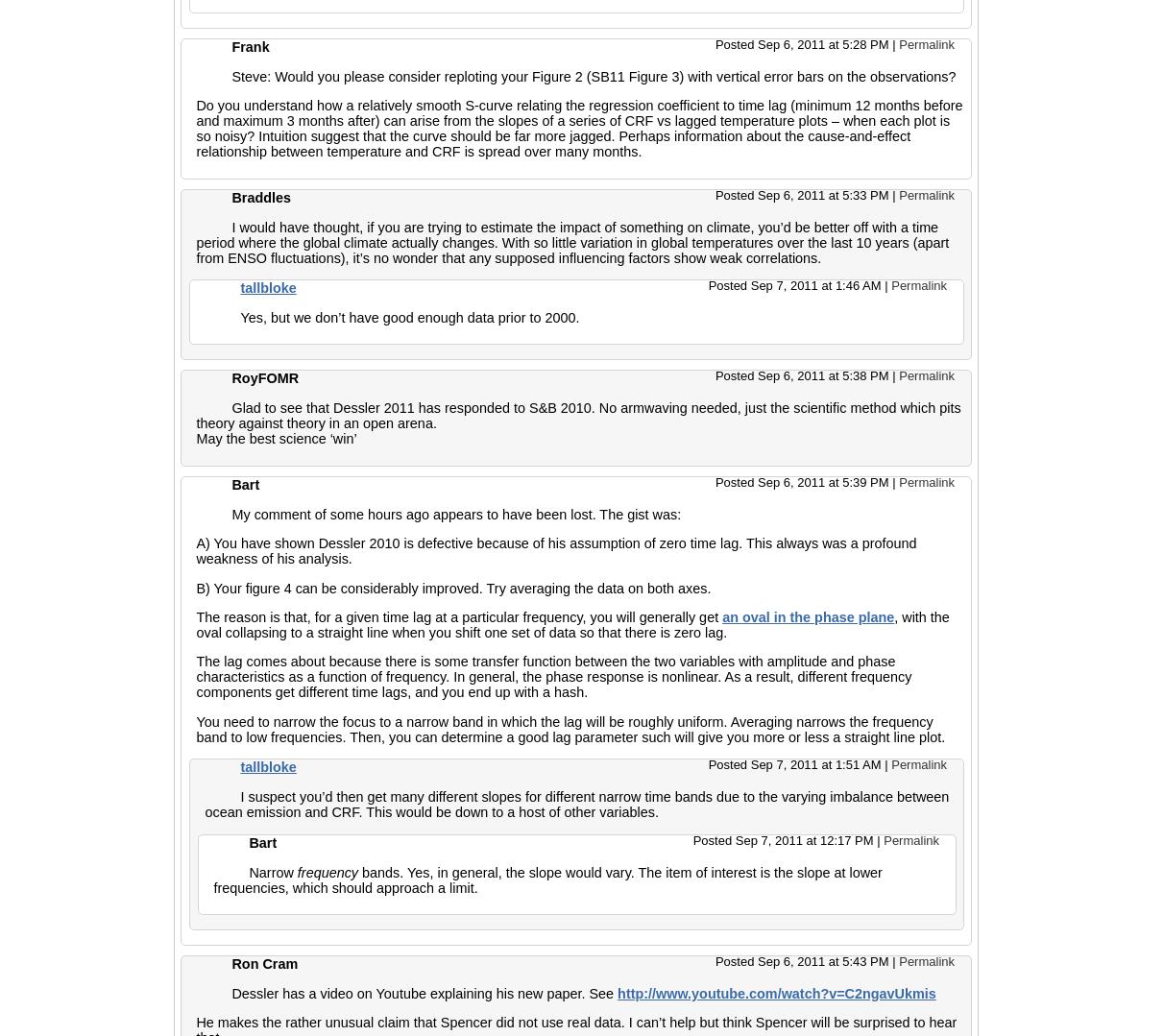 The image size is (1164, 1036). What do you see at coordinates (327, 870) in the screenshot?
I see `'frequency'` at bounding box center [327, 870].